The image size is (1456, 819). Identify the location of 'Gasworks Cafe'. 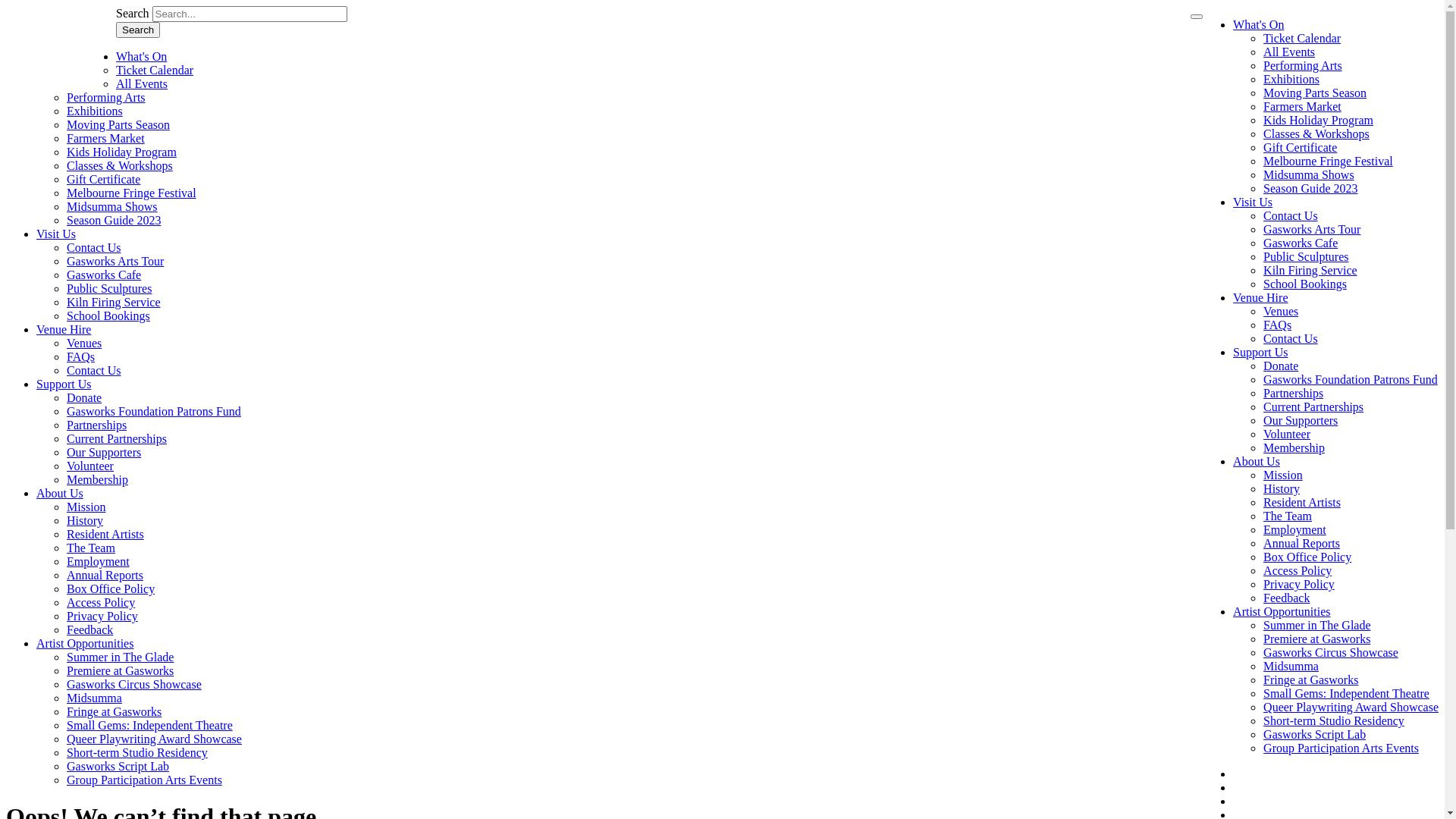
(65, 275).